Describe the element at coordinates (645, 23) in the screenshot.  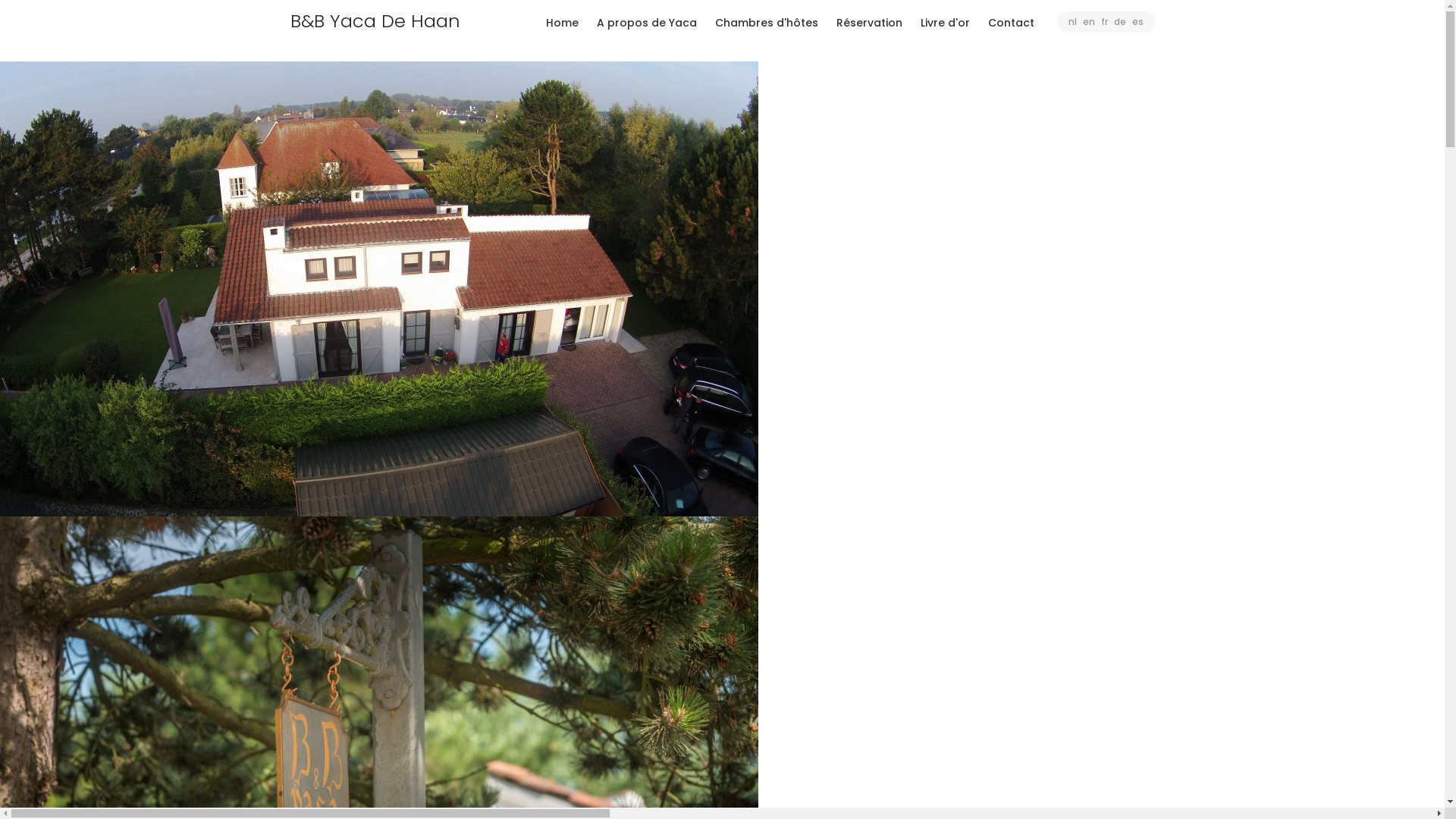
I see `'A propos de Yaca'` at that location.